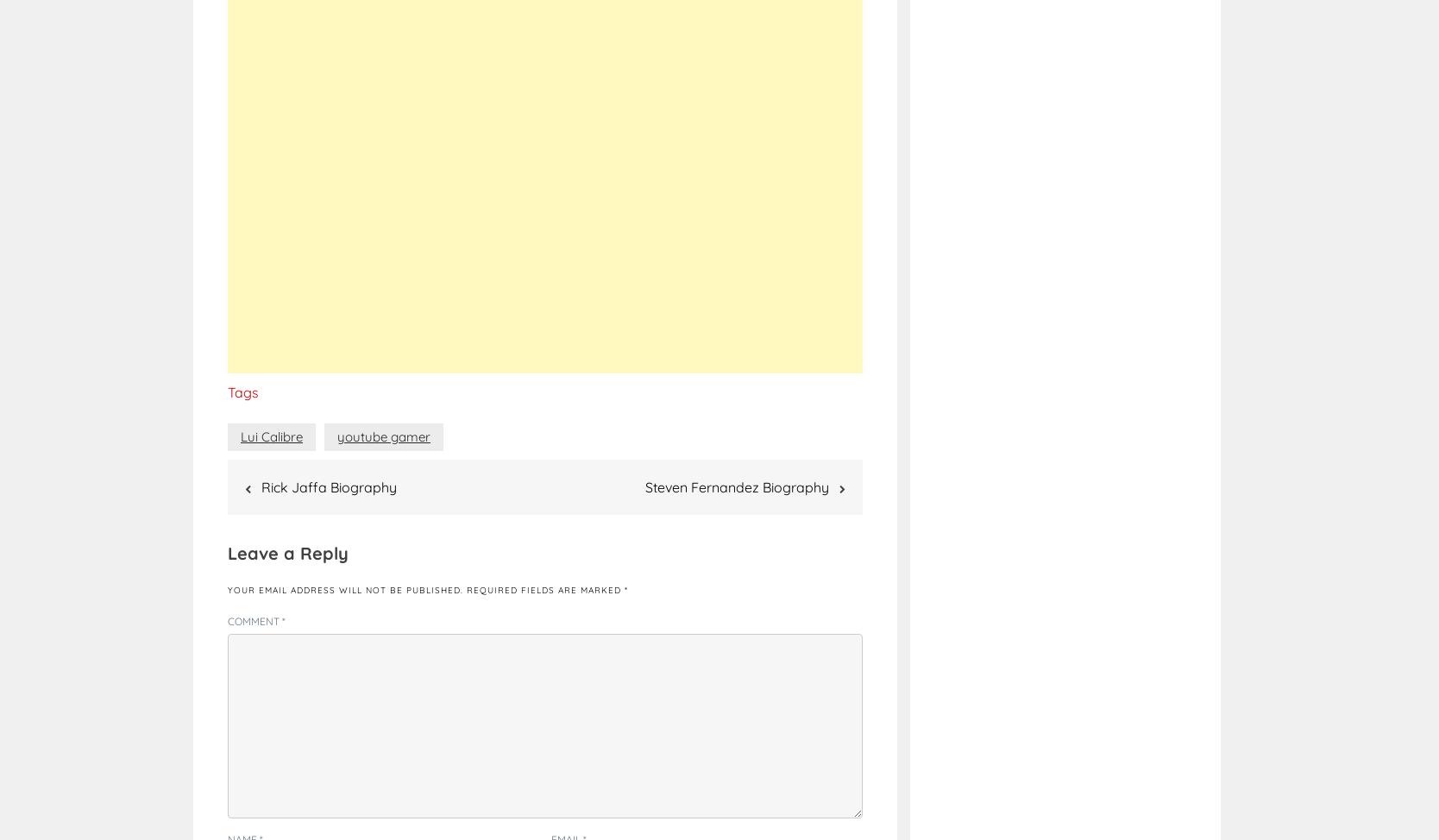 This screenshot has height=840, width=1439. I want to click on 'Lui Calibre', so click(241, 436).